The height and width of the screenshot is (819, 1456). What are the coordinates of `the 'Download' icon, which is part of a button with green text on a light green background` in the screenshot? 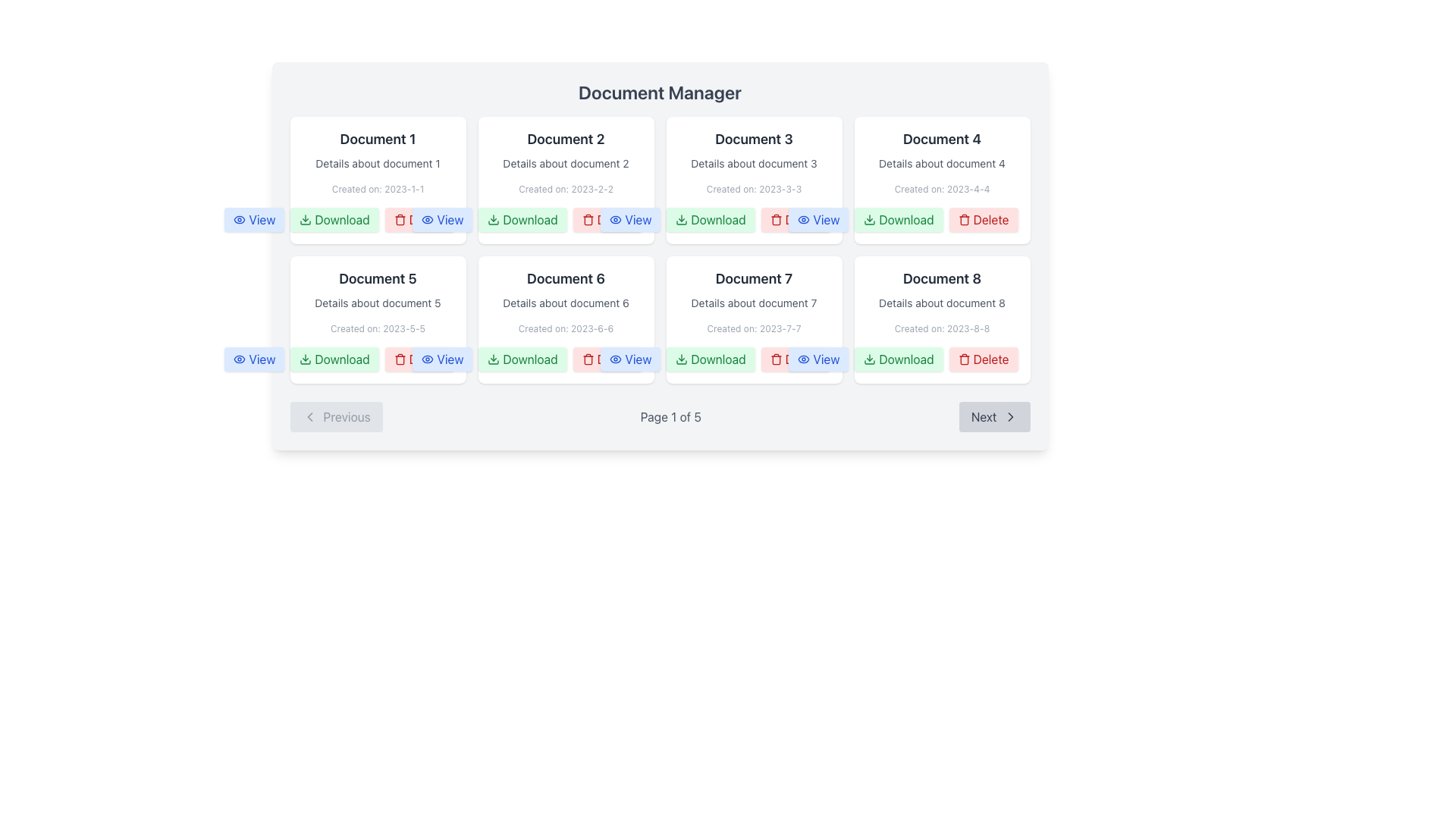 It's located at (681, 359).